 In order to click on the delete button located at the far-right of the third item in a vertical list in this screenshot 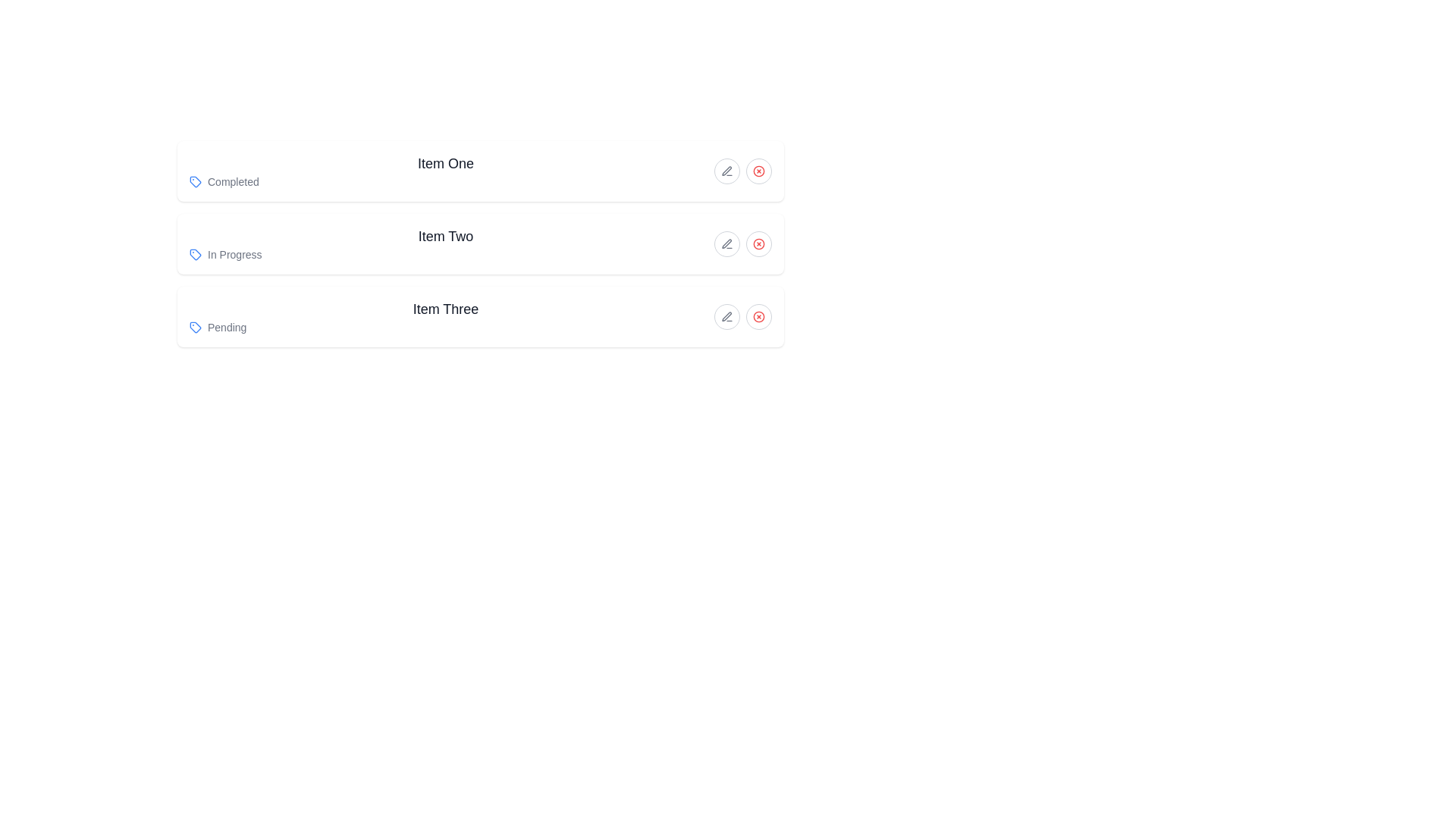, I will do `click(759, 315)`.